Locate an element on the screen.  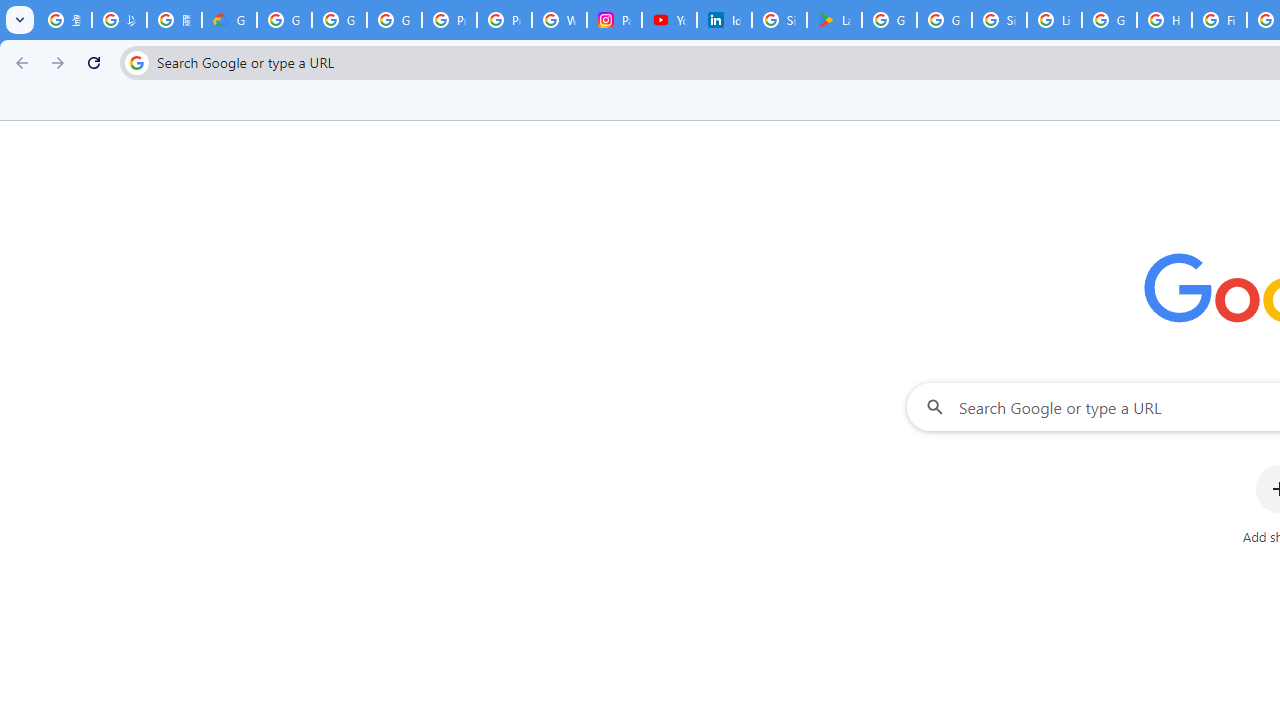
'Privacy Help Center - Policies Help' is located at coordinates (448, 20).